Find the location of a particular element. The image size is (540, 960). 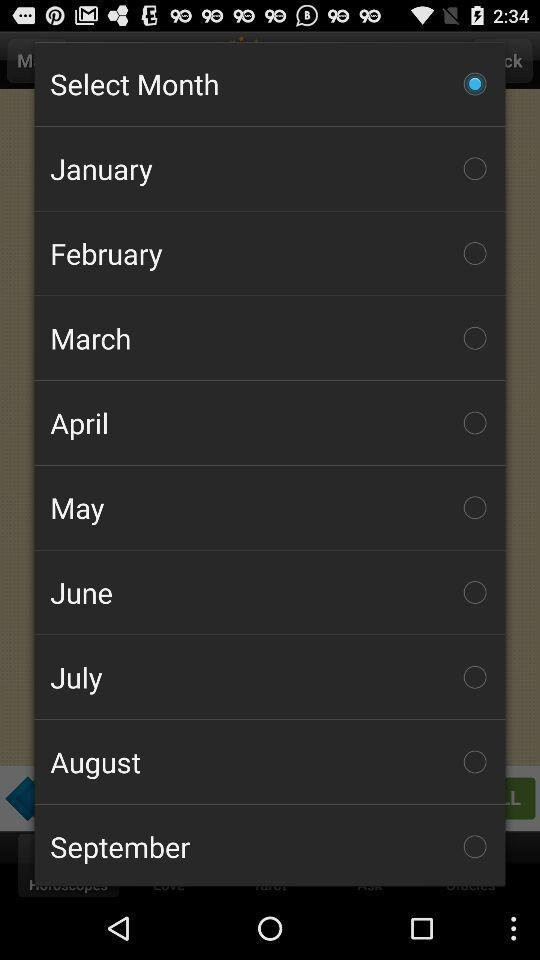

the icon above the april is located at coordinates (270, 338).